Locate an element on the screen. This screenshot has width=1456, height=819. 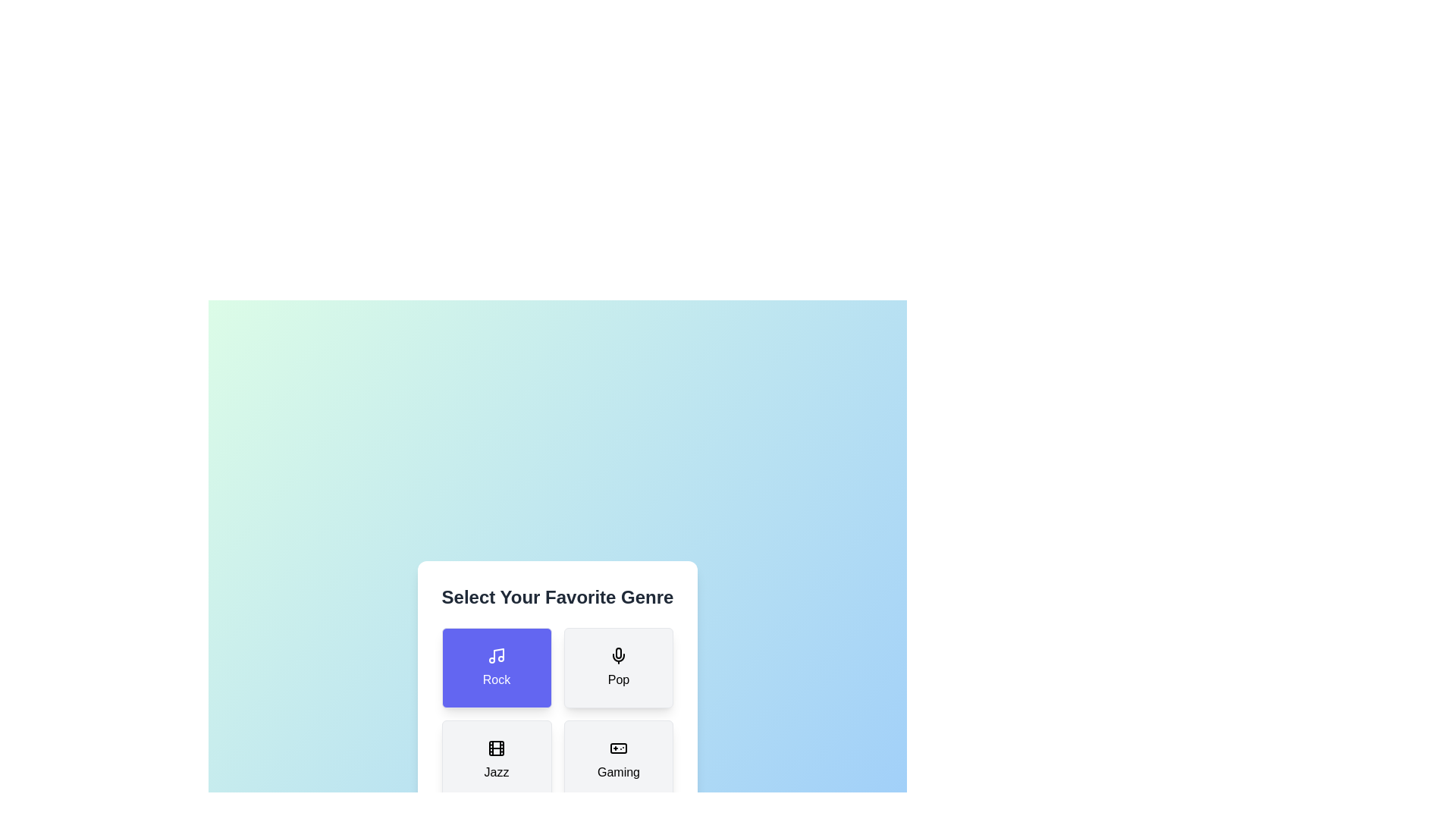
the jazz button to observe its hover effect is located at coordinates (496, 760).